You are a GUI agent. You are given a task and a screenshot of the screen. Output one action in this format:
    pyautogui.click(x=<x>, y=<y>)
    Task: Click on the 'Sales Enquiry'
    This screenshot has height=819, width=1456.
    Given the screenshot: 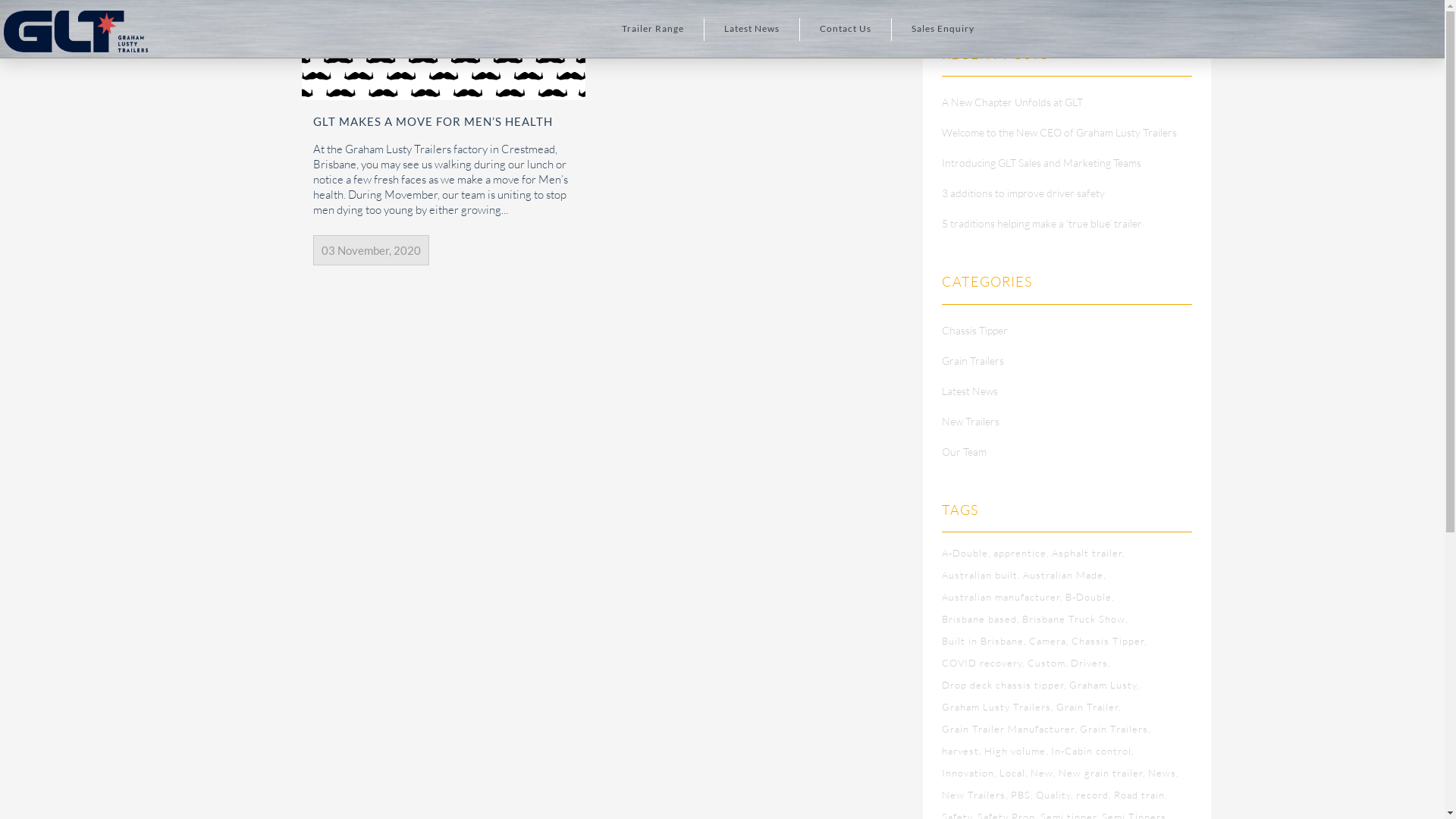 What is the action you would take?
    pyautogui.click(x=942, y=29)
    